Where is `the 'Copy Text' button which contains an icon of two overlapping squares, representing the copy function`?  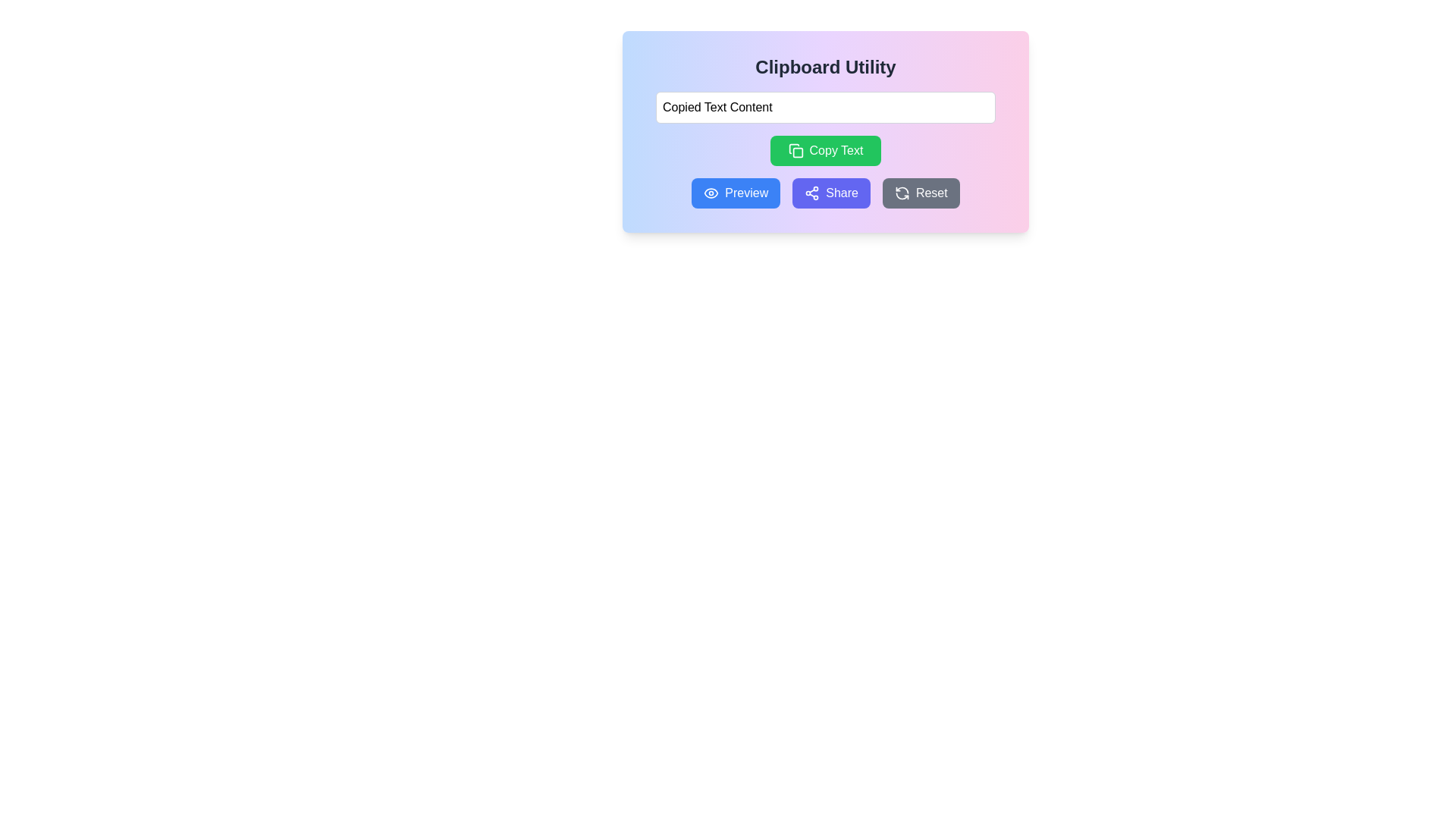
the 'Copy Text' button which contains an icon of two overlapping squares, representing the copy function is located at coordinates (795, 151).